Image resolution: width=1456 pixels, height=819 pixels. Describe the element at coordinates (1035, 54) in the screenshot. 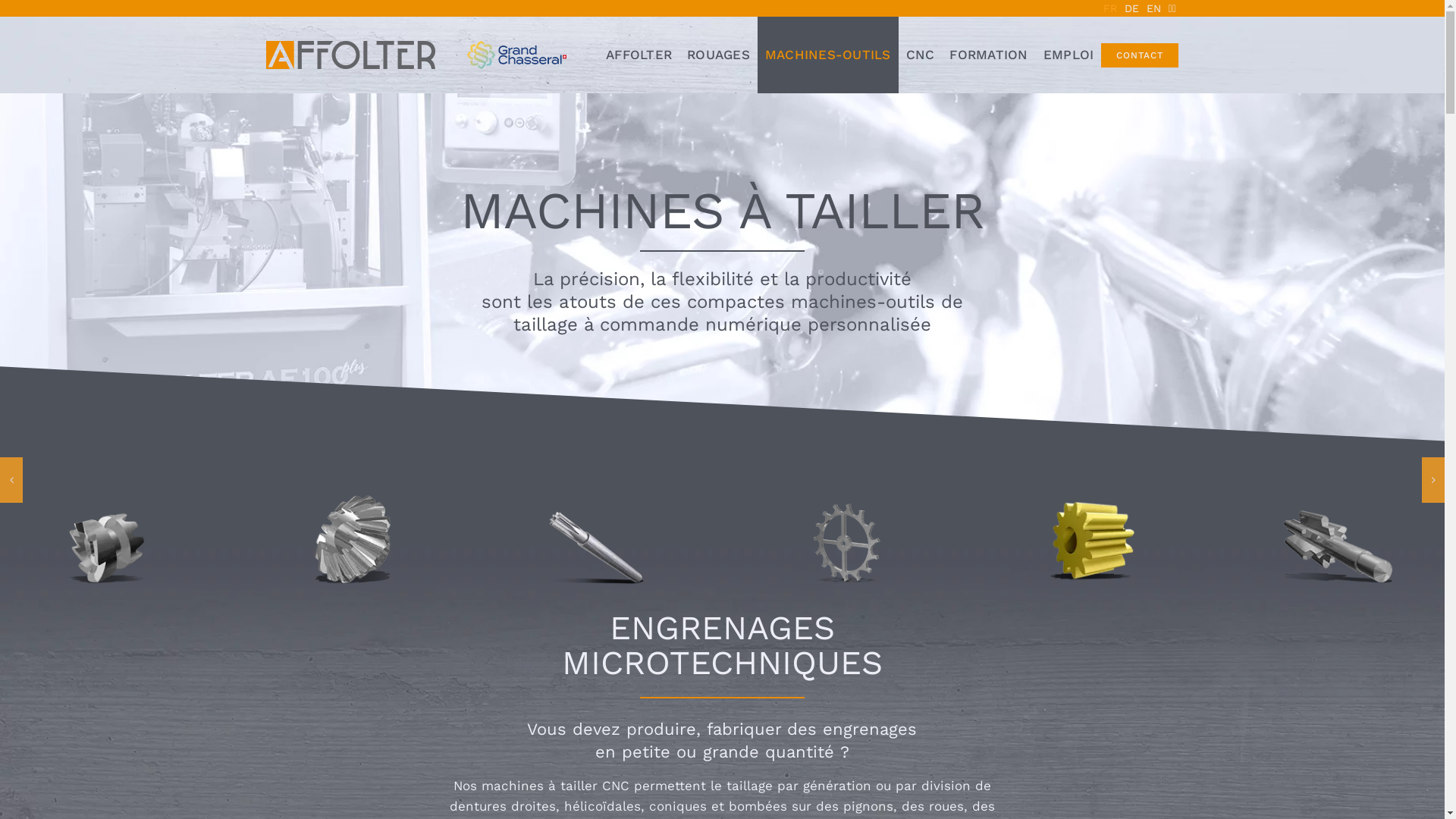

I see `'EMPLOI'` at that location.